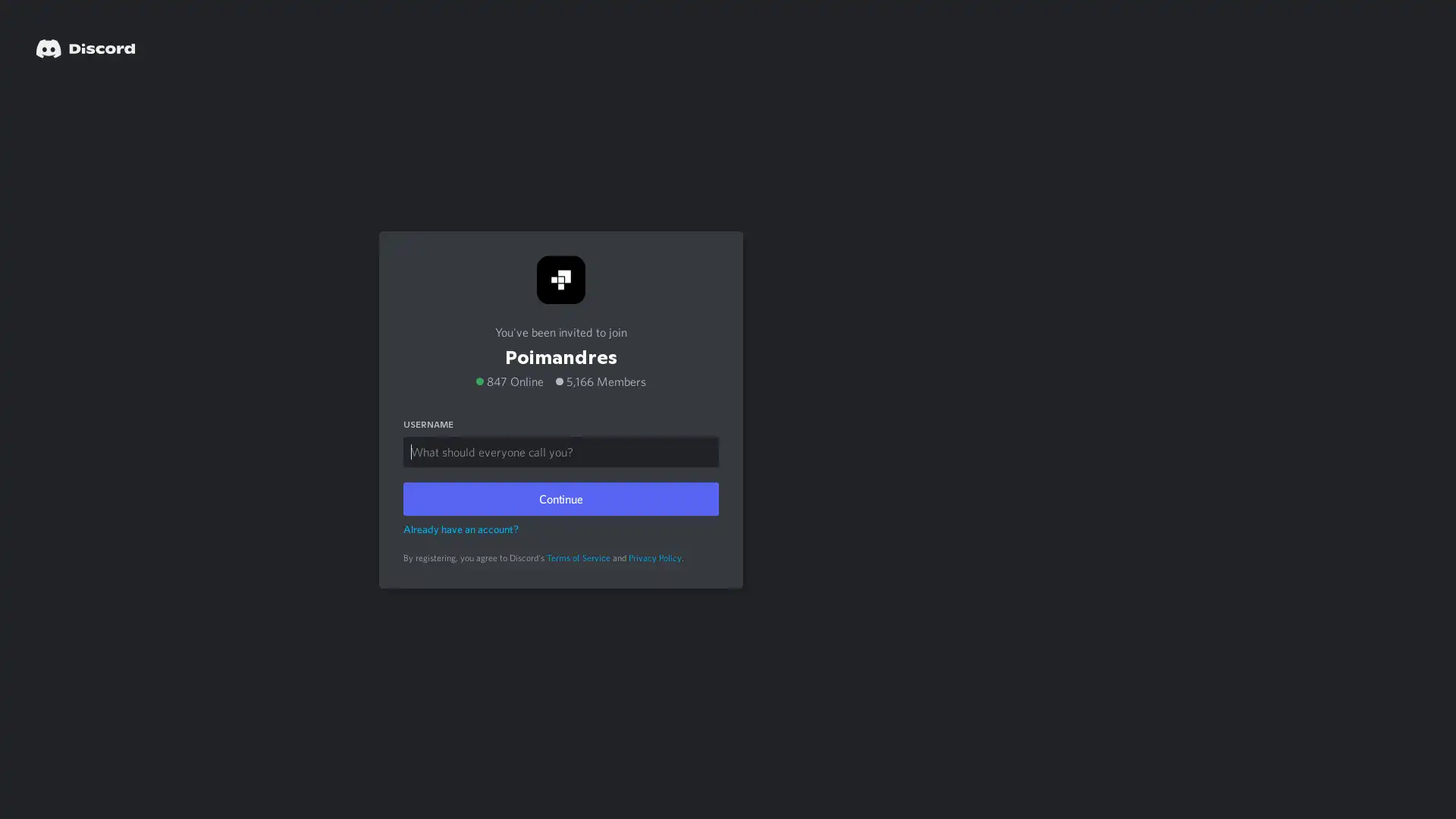 Image resolution: width=1456 pixels, height=819 pixels. What do you see at coordinates (460, 528) in the screenshot?
I see `Already have an account?` at bounding box center [460, 528].